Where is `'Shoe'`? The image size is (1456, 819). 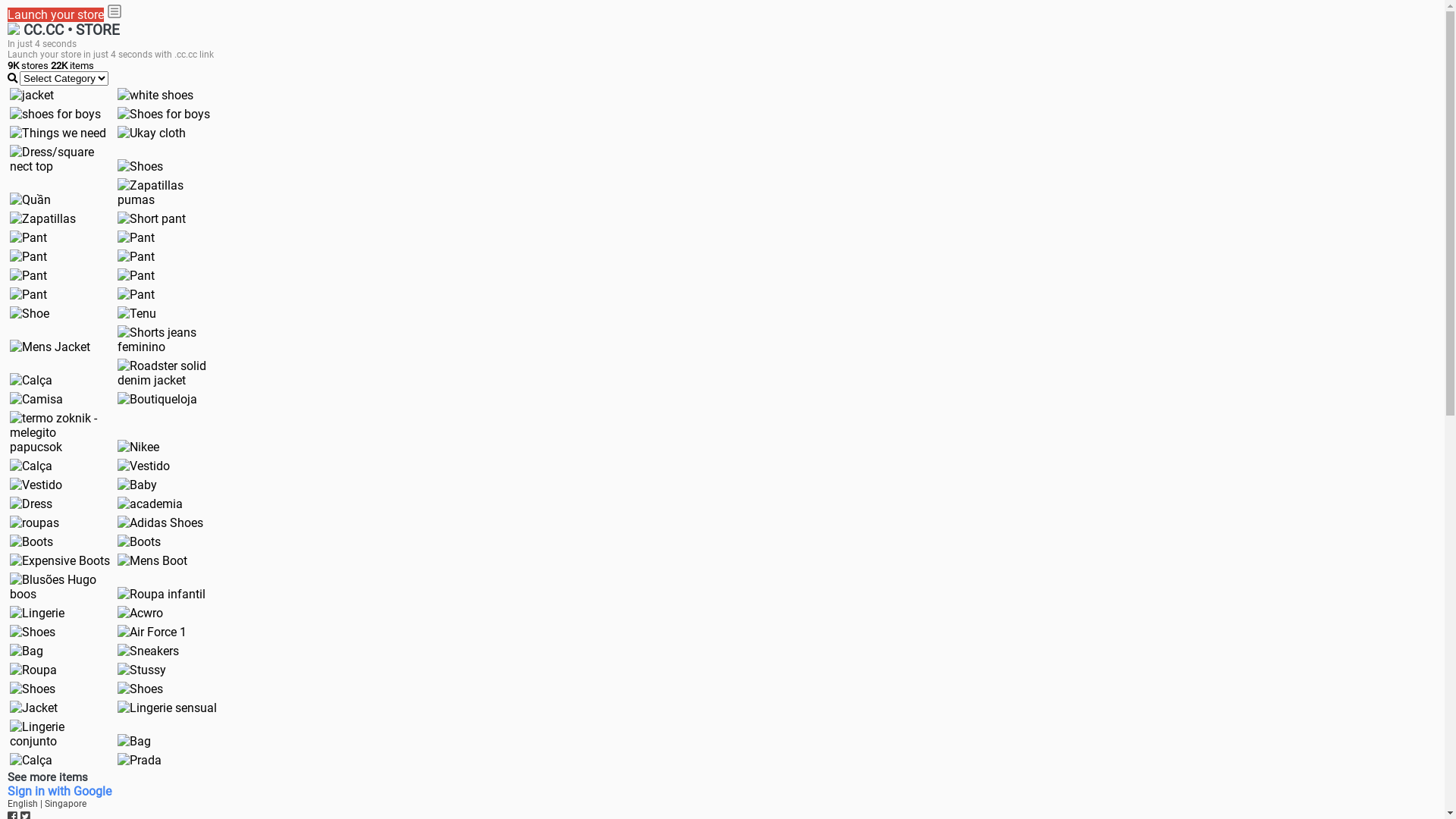
'Shoe' is located at coordinates (29, 312).